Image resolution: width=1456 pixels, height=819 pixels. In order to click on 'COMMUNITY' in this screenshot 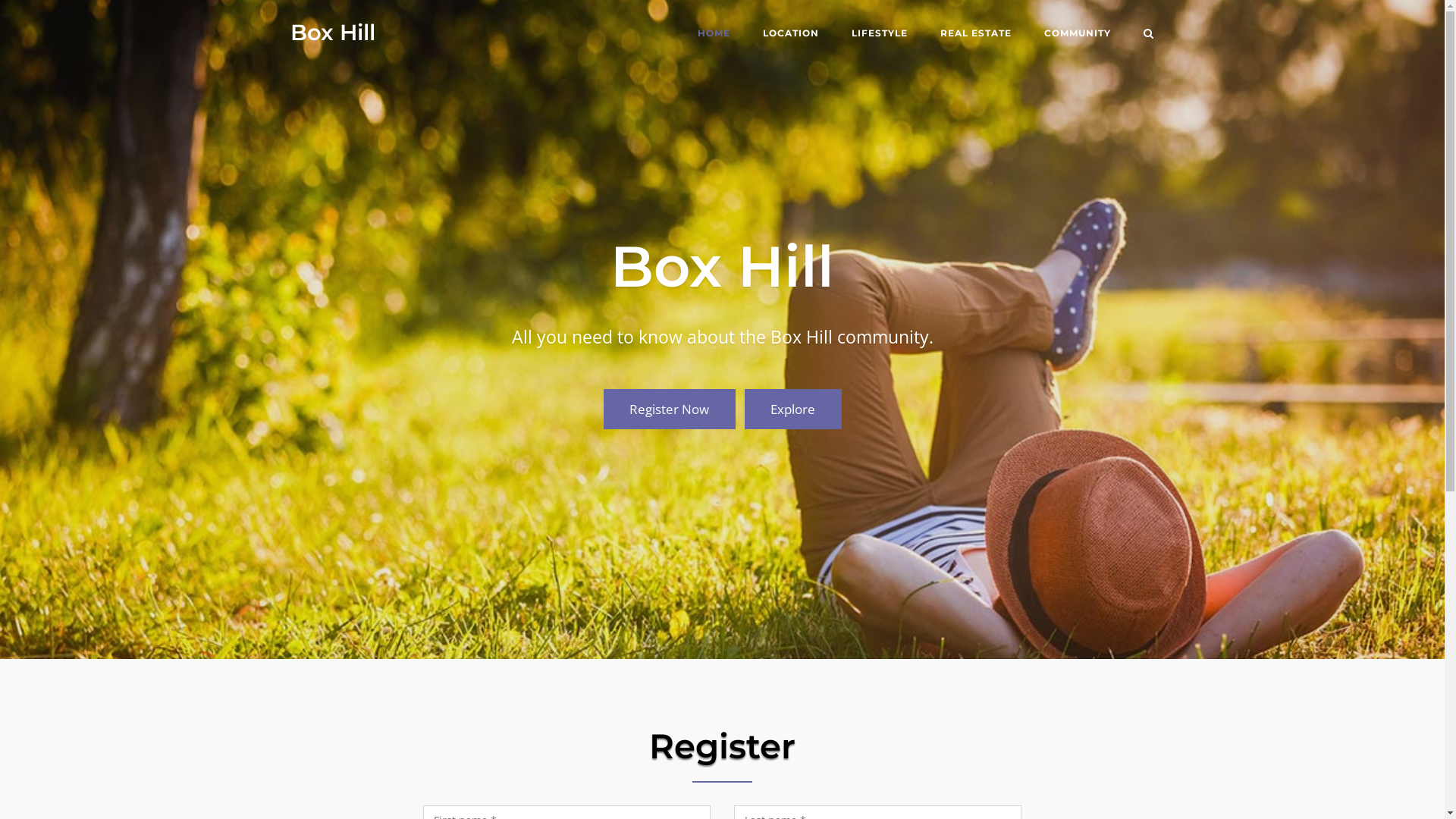, I will do `click(1076, 34)`.